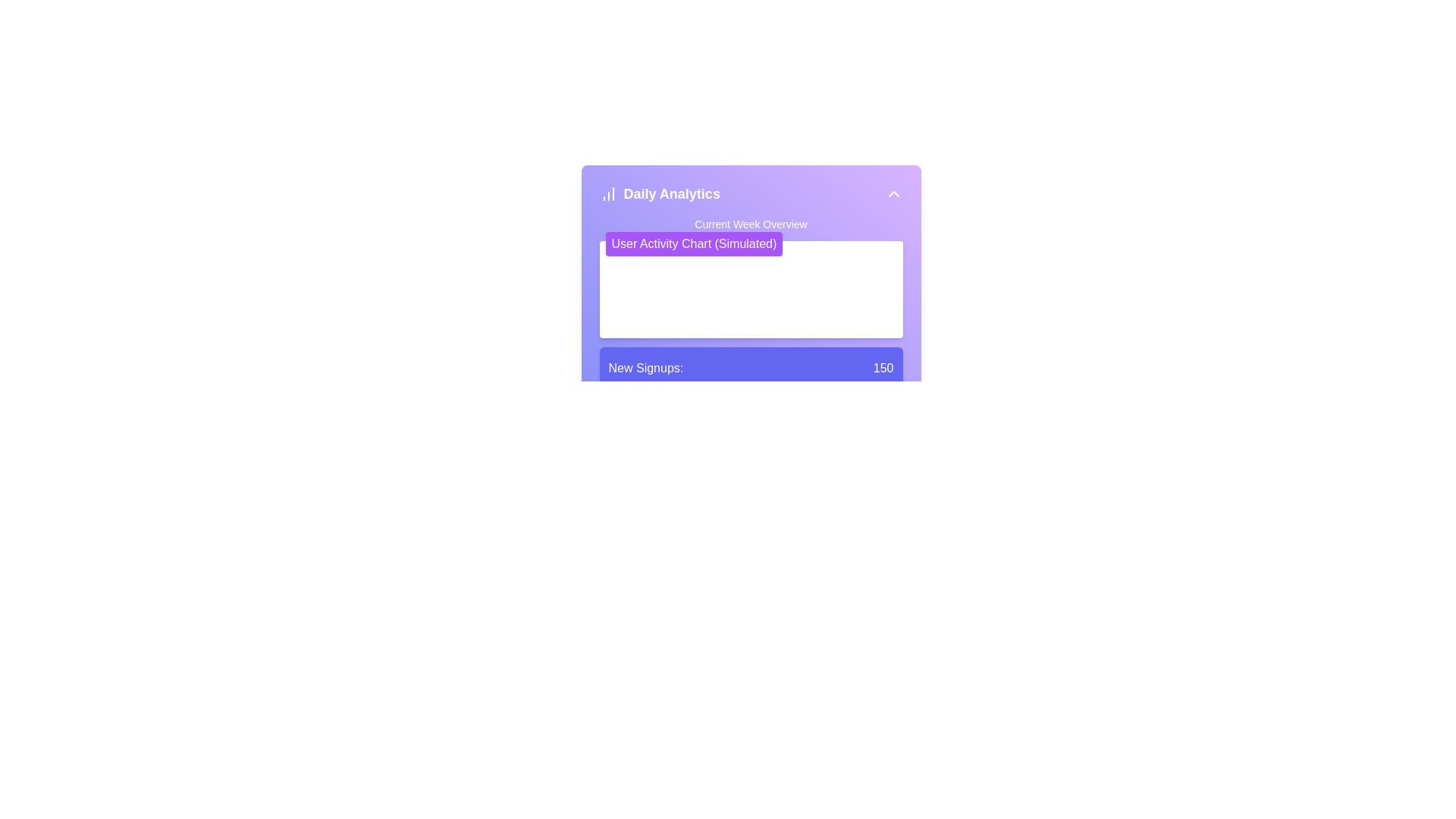 The height and width of the screenshot is (819, 1456). What do you see at coordinates (693, 243) in the screenshot?
I see `the label or badge indicating user activity visualization within the 'Daily Analytics' card, located at the upper-left part inside the card, slightly overlapping its border` at bounding box center [693, 243].